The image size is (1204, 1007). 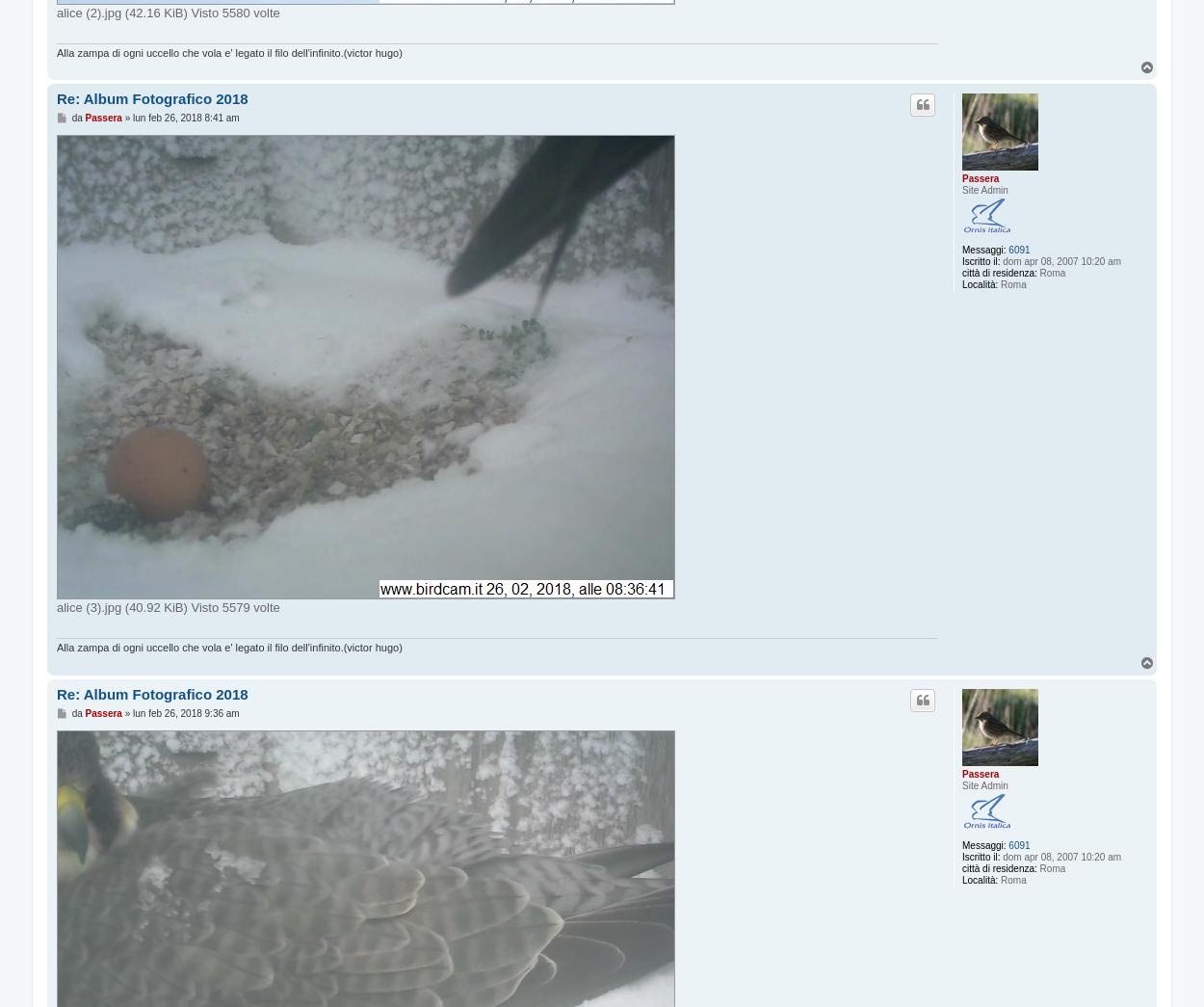 I want to click on 'lun feb 26, 2018 8:41 am', so click(x=185, y=117).